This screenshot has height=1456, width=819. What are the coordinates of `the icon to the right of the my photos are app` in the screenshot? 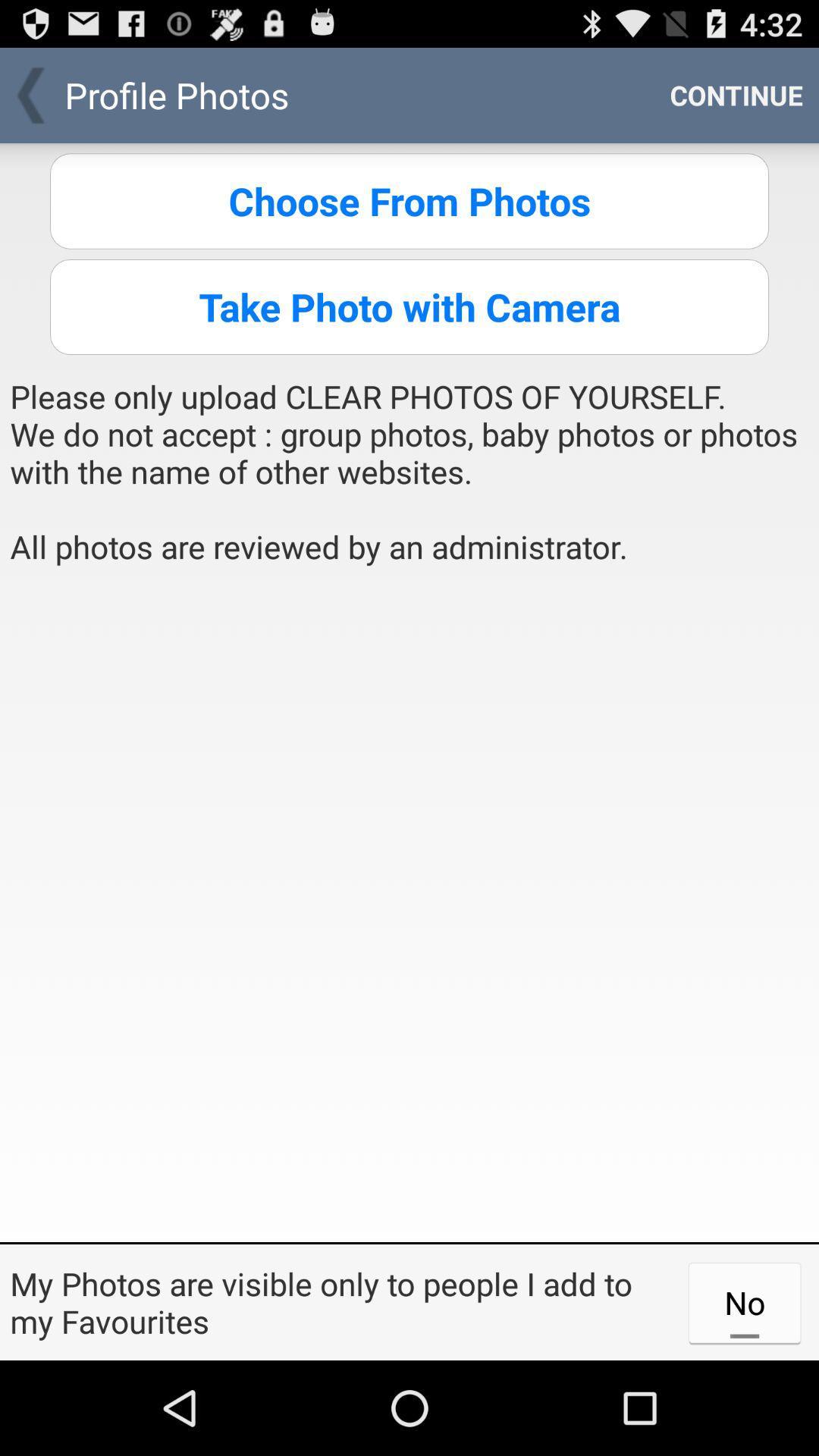 It's located at (744, 1301).